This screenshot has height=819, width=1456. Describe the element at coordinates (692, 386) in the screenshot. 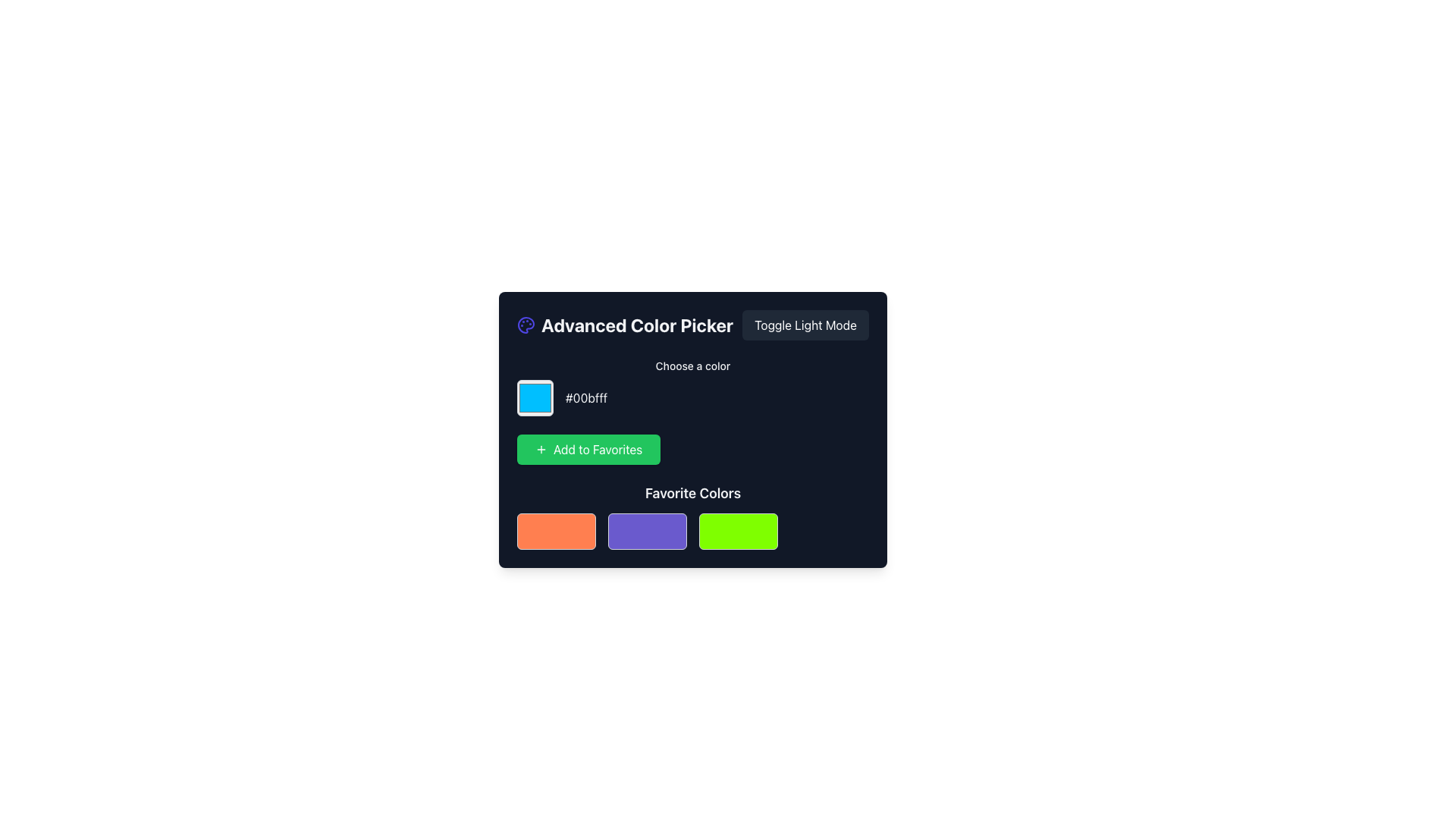

I see `a color using the Color Picker labeled 'Choose a color' located in the 'Advanced Color Picker' section` at that location.